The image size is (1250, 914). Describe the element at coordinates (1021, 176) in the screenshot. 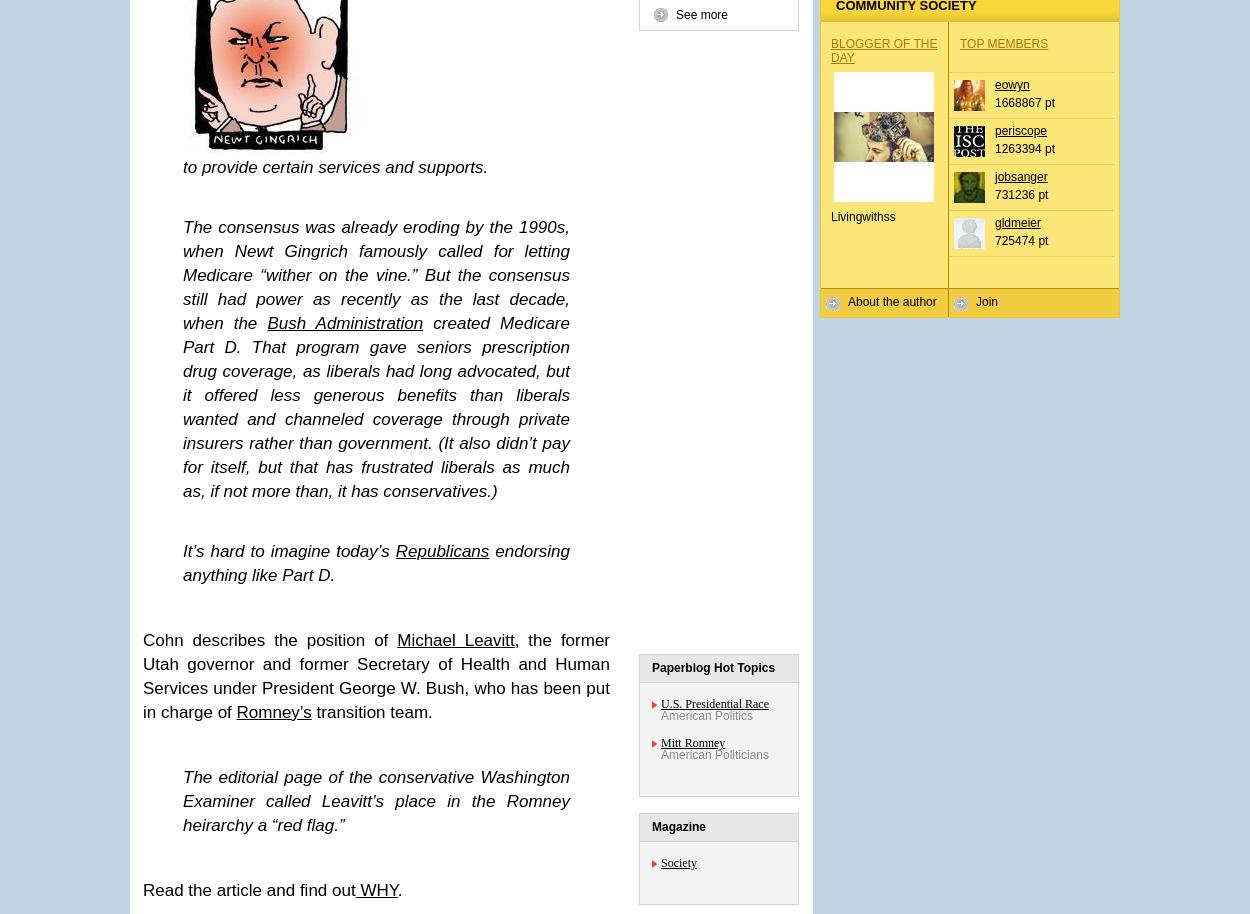

I see `'jobsanger'` at that location.